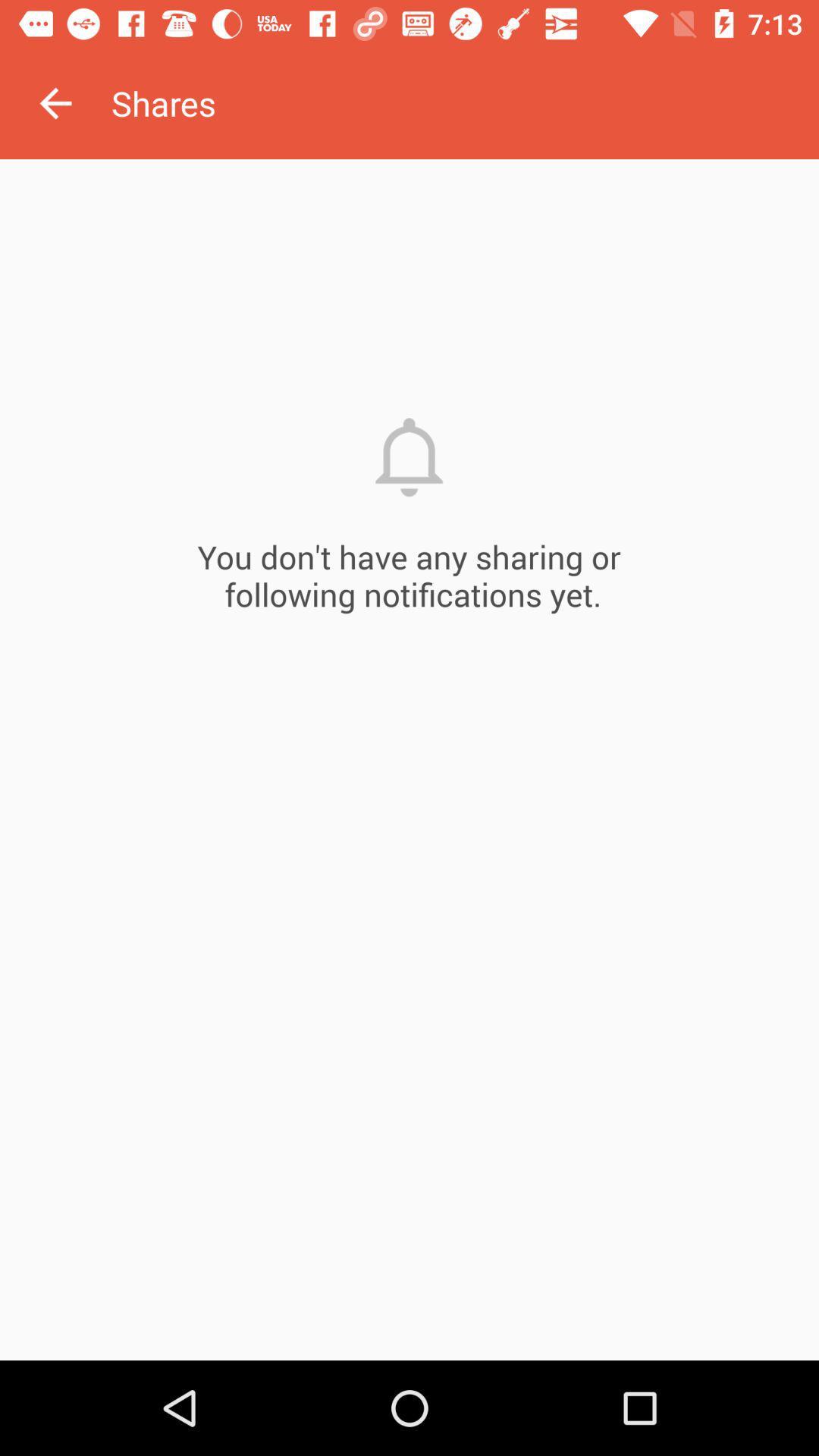  I want to click on the icon at the top left corner, so click(55, 102).